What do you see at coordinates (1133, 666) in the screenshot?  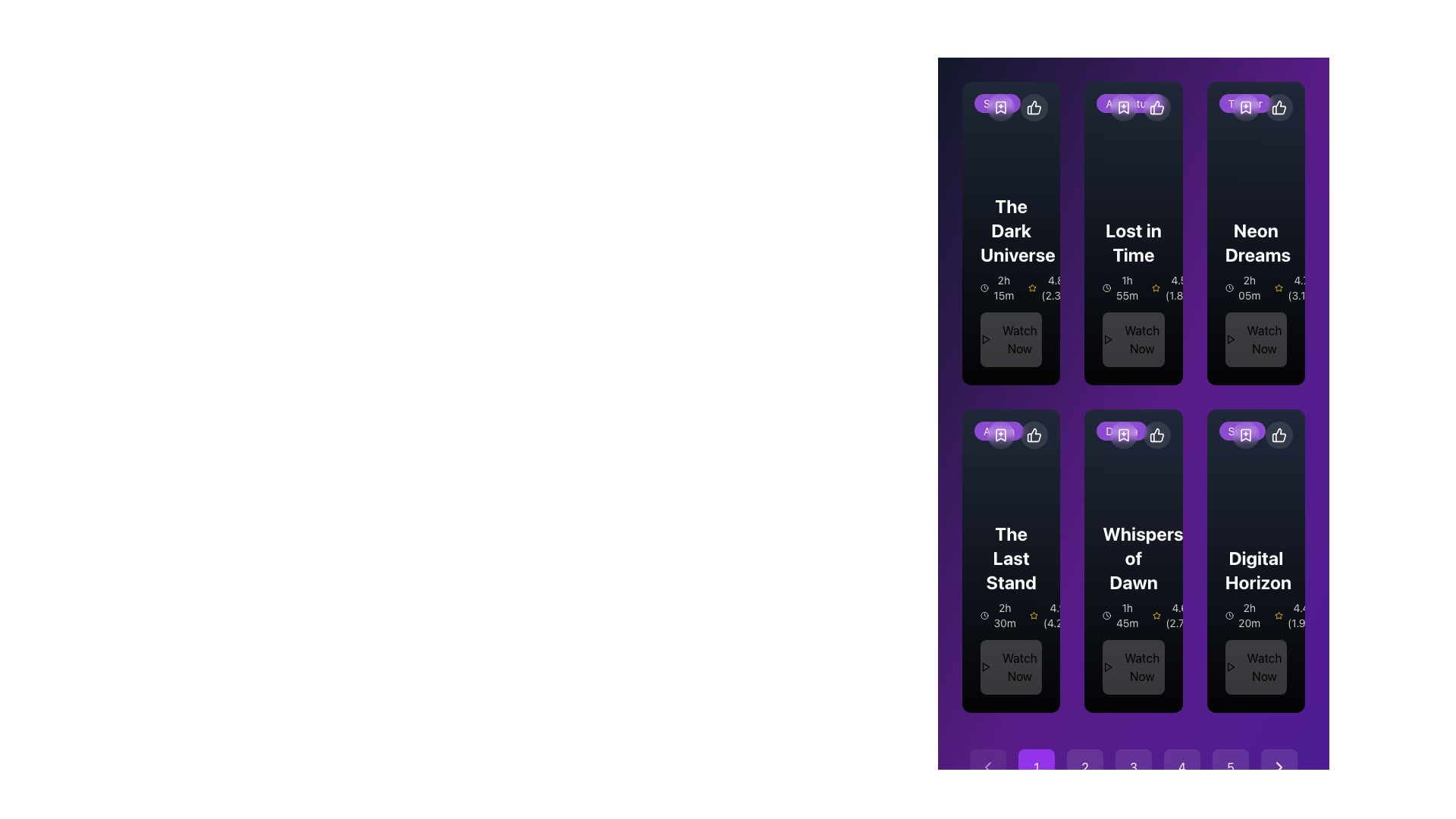 I see `the 'Watch Now' button with a play icon, located at the bottom center of the card labeled 'Whispers of Dawn'` at bounding box center [1133, 666].